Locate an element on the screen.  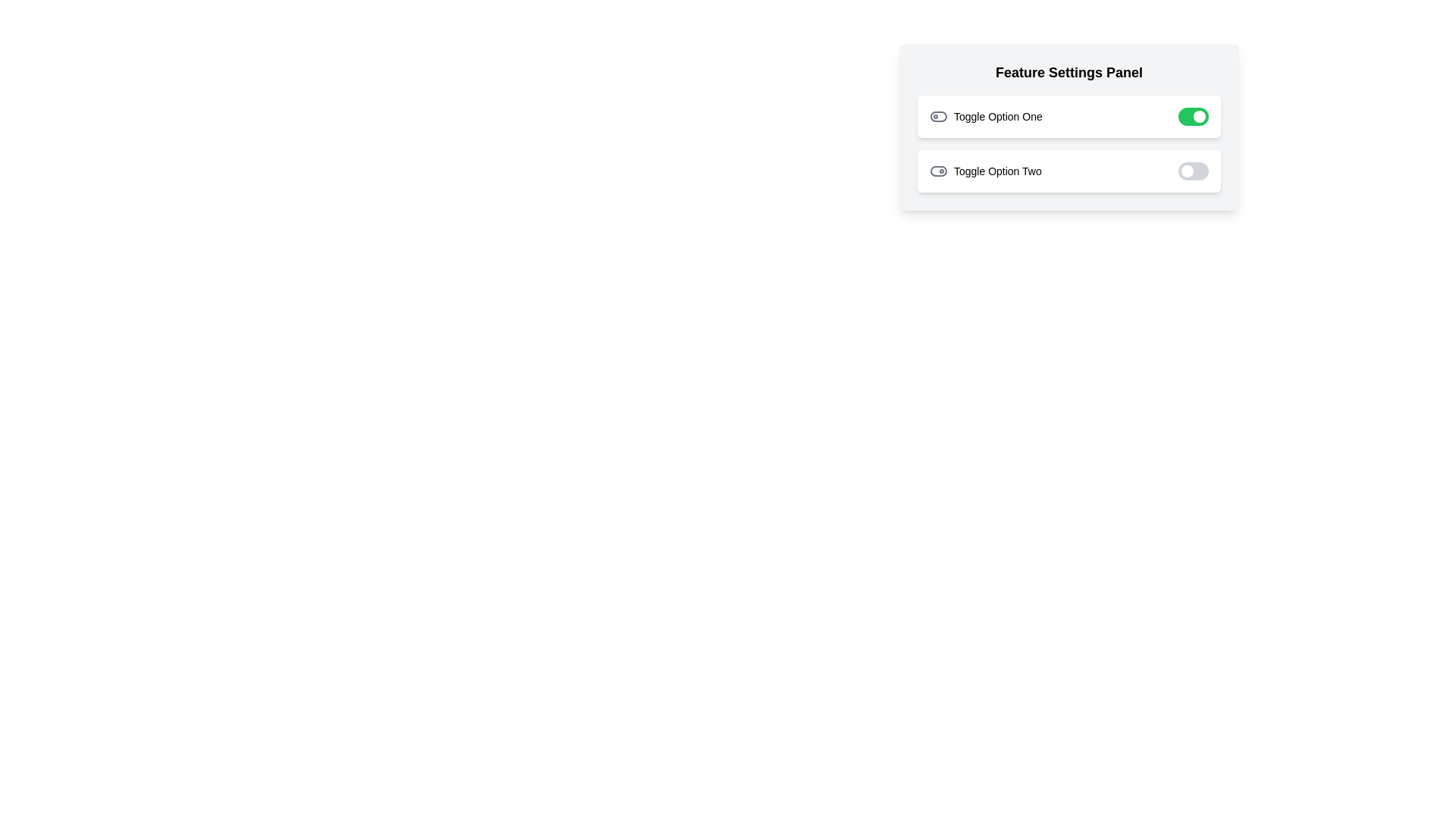
the toggle switch on the right side of the row labeled 'Toggle Option Two' in the 'Feature Settings Panel' is located at coordinates (1193, 171).